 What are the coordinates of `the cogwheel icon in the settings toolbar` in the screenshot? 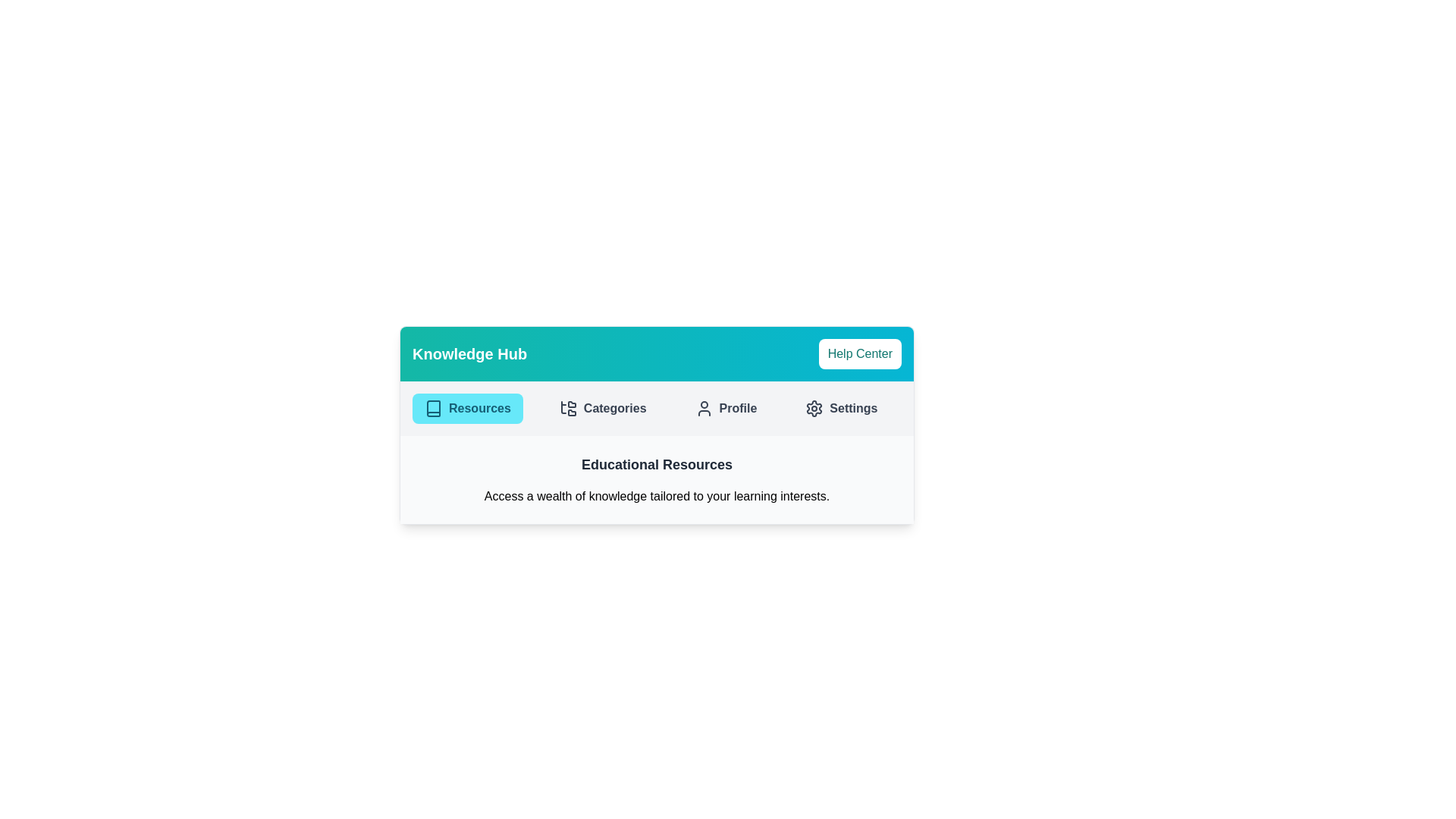 It's located at (814, 408).